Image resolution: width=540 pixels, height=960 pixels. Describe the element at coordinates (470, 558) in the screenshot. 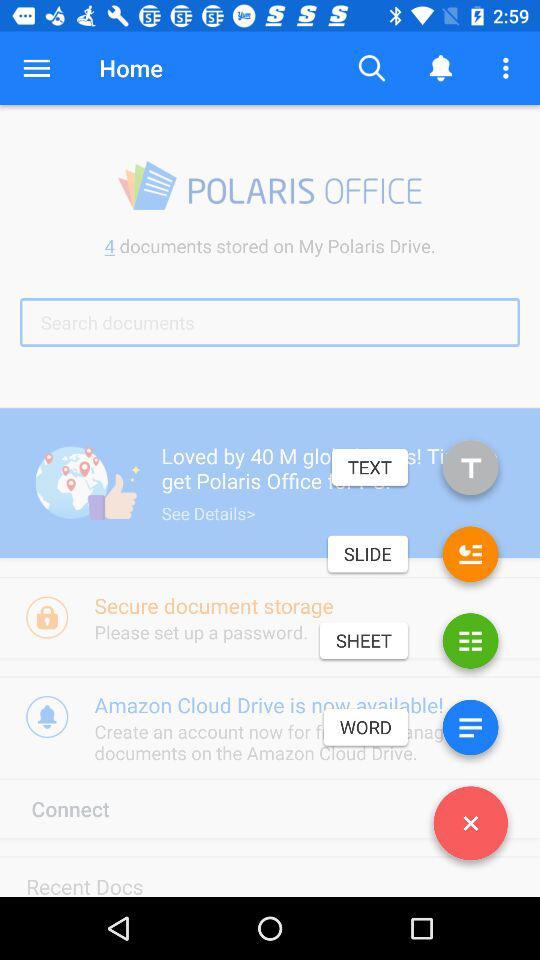

I see `a slideshow` at that location.